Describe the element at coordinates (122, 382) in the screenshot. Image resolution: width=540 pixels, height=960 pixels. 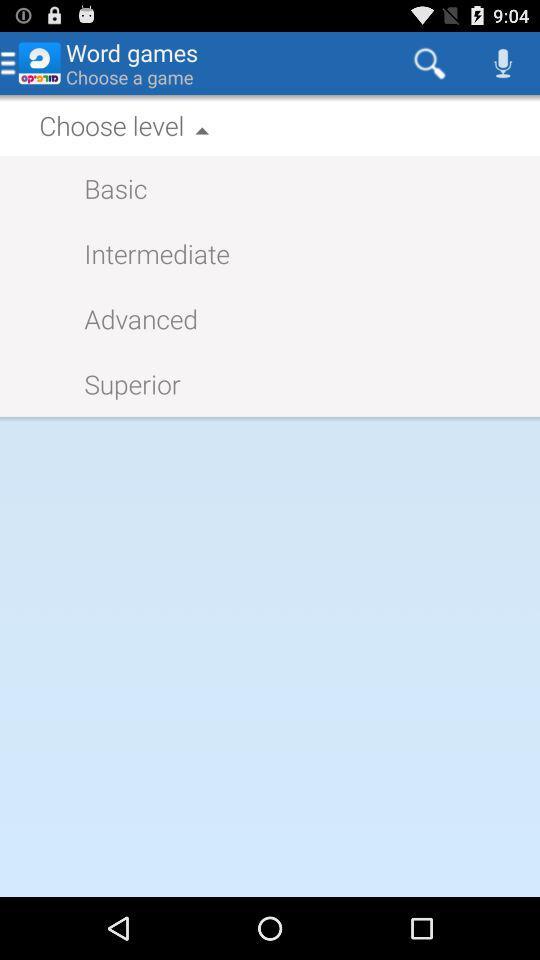
I see `item below the advanced app` at that location.